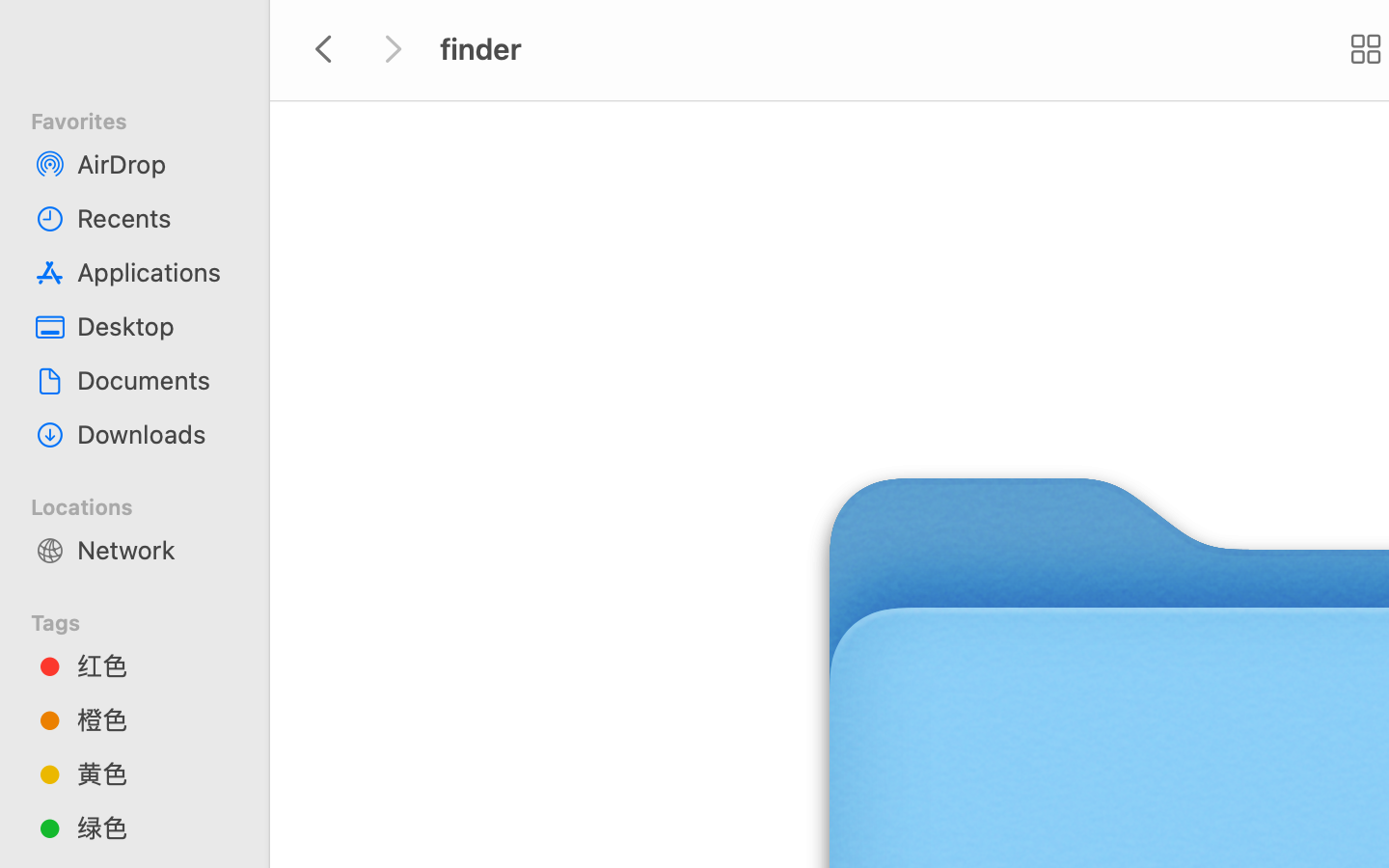  Describe the element at coordinates (153, 326) in the screenshot. I see `'Desktop'` at that location.